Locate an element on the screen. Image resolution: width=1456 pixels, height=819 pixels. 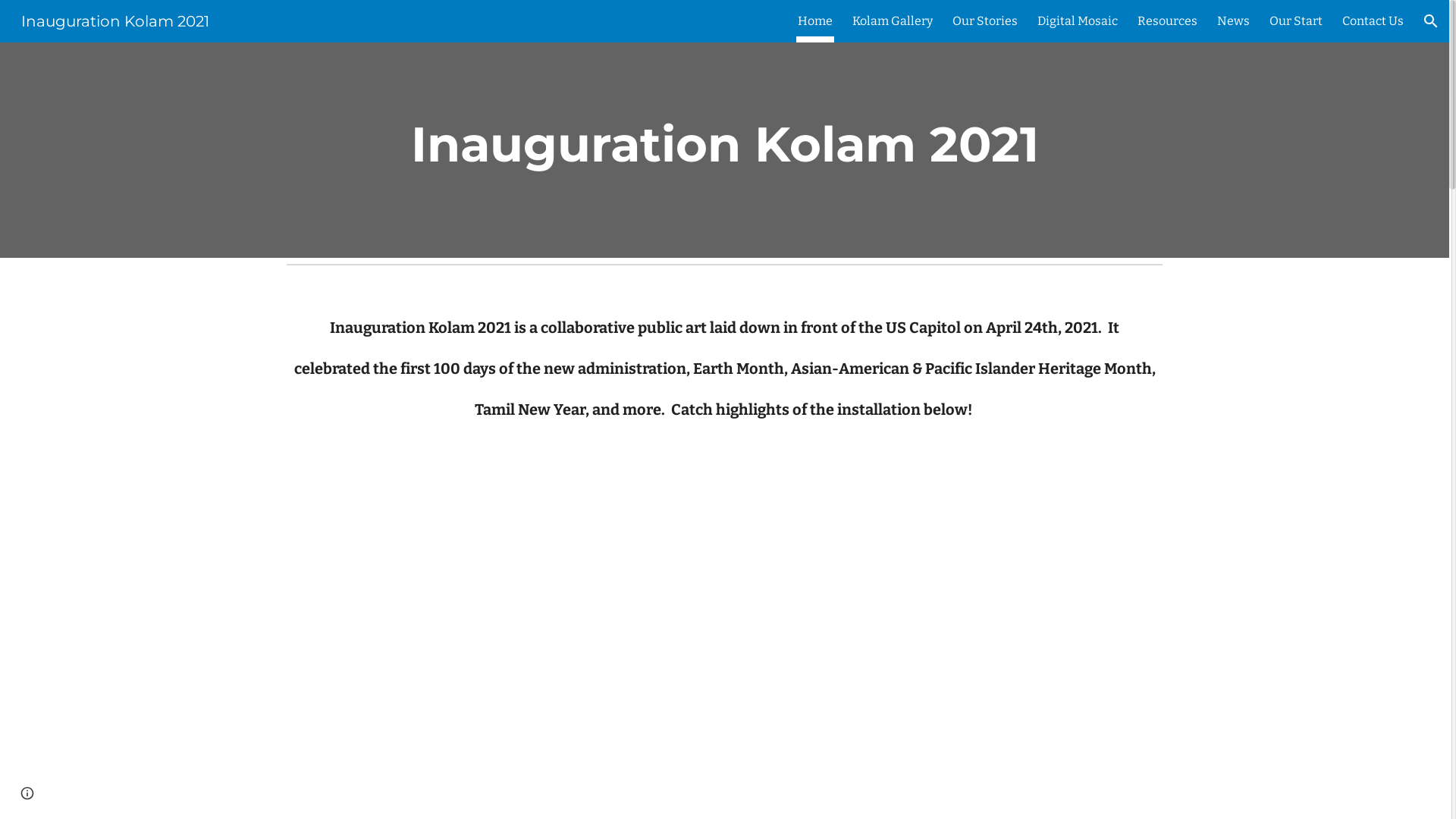
'News' is located at coordinates (1216, 20).